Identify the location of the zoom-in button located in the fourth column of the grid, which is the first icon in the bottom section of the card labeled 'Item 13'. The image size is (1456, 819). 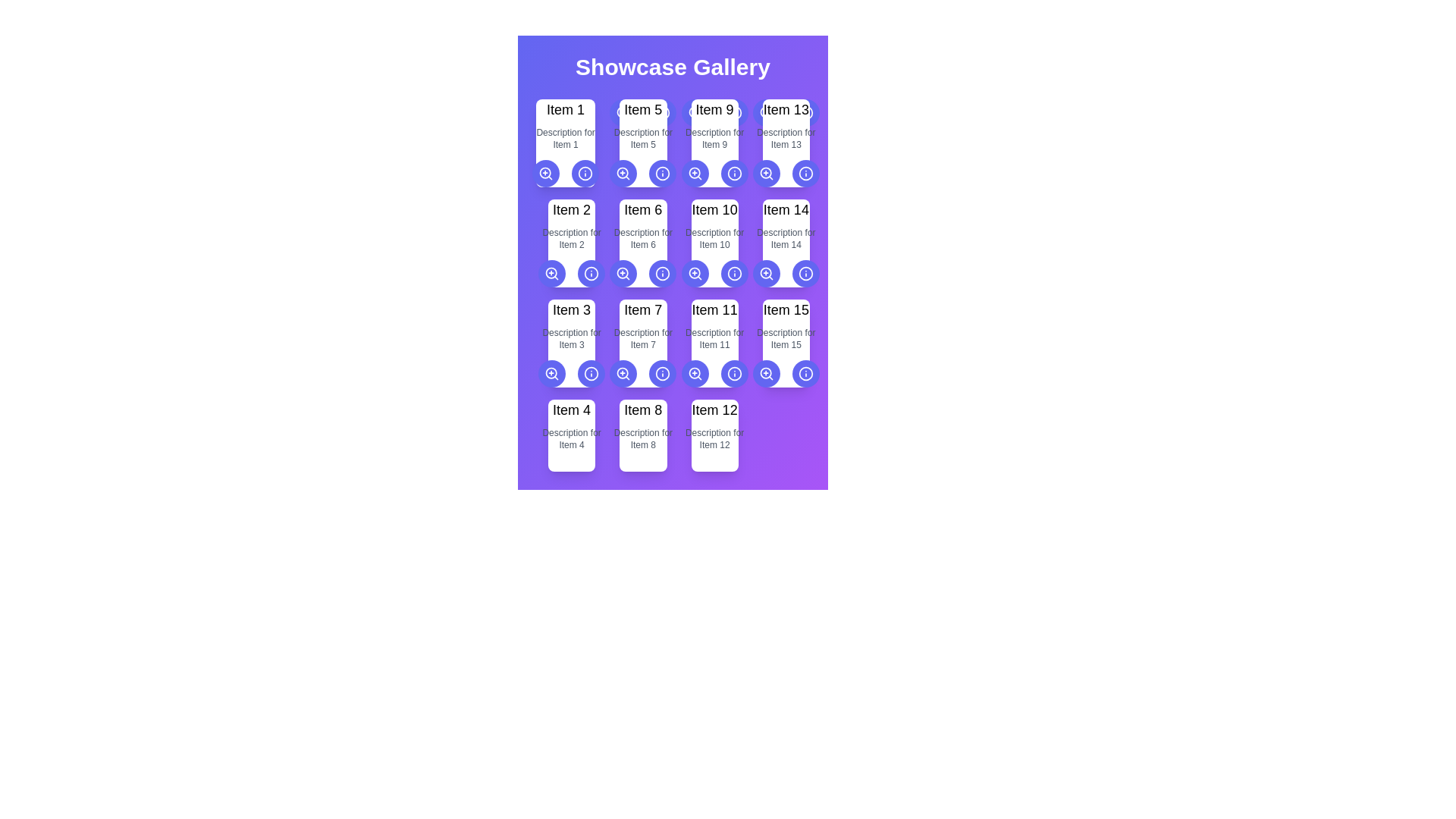
(766, 112).